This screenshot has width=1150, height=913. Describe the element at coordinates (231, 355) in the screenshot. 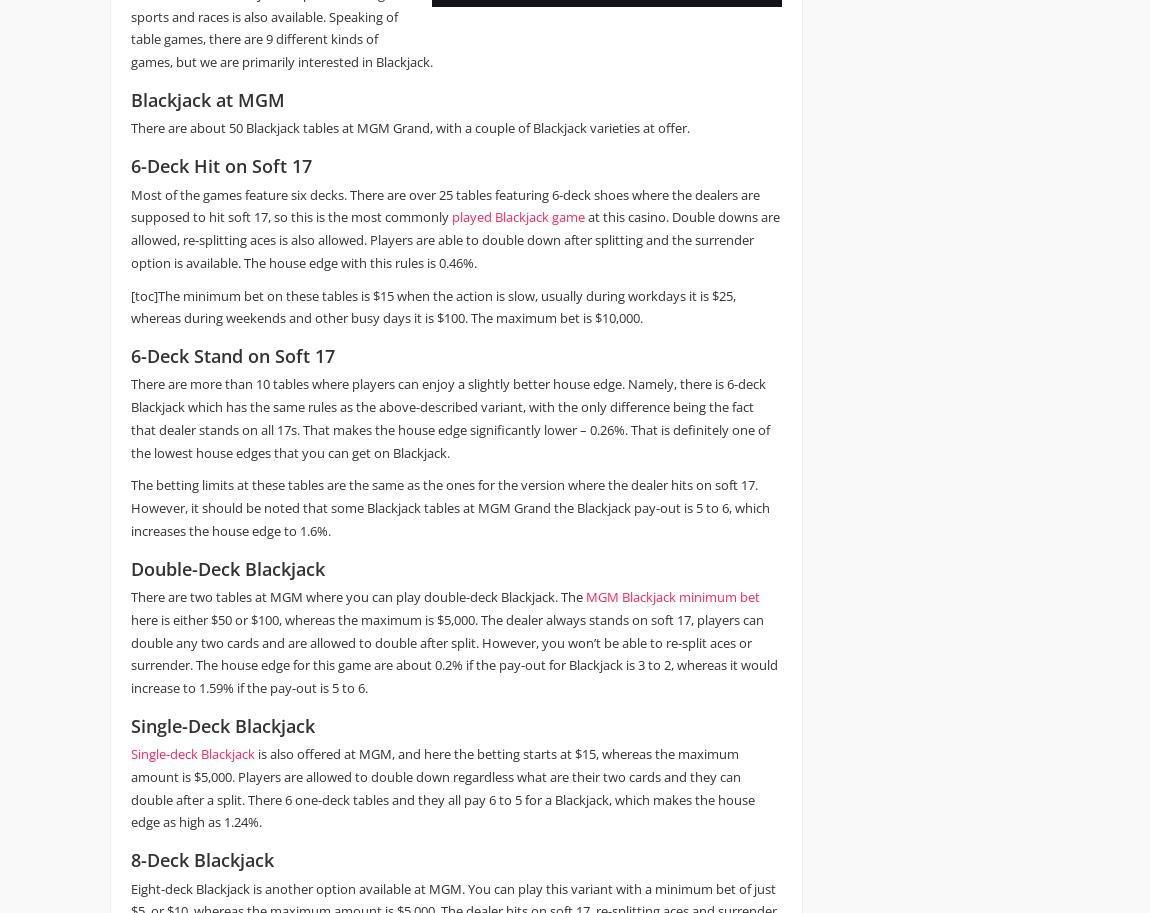

I see `'6-Deck Stand on Soft 17'` at that location.